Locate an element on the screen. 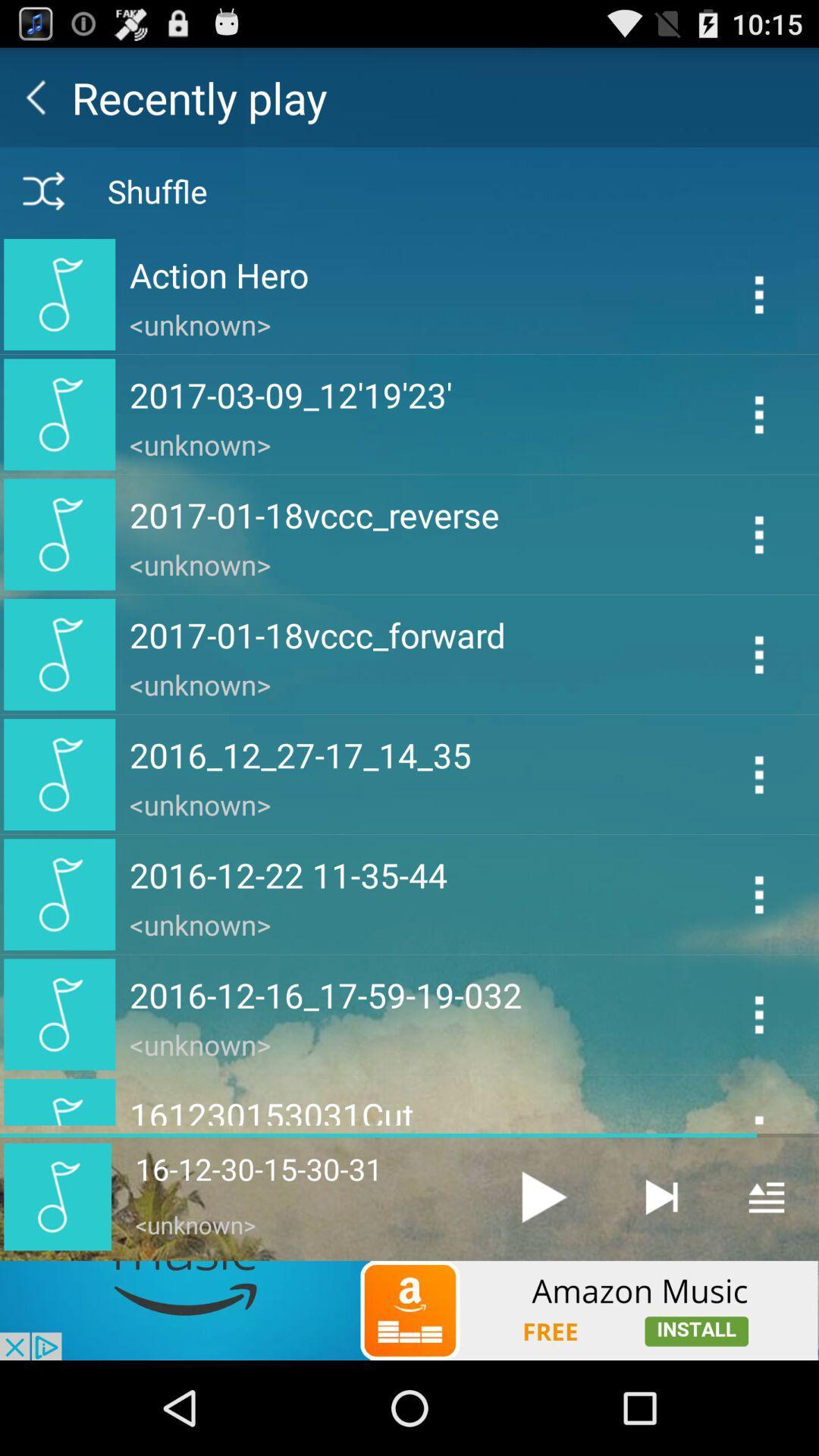 The image size is (819, 1456). unknown music file 16-12-30-15-30-31 is located at coordinates (543, 1196).